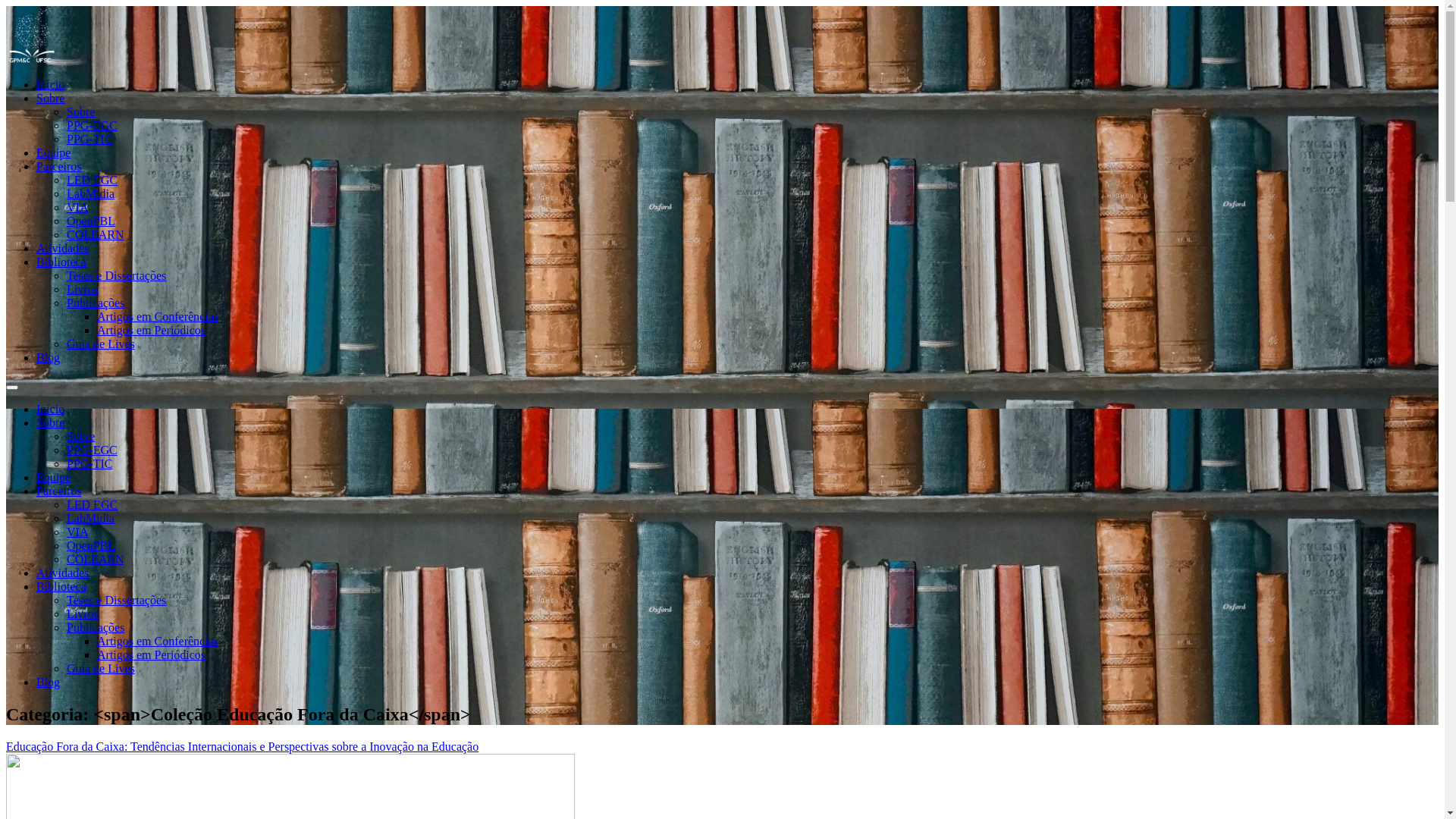 The width and height of the screenshot is (1456, 819). What do you see at coordinates (65, 139) in the screenshot?
I see `'PPG-TIC'` at bounding box center [65, 139].